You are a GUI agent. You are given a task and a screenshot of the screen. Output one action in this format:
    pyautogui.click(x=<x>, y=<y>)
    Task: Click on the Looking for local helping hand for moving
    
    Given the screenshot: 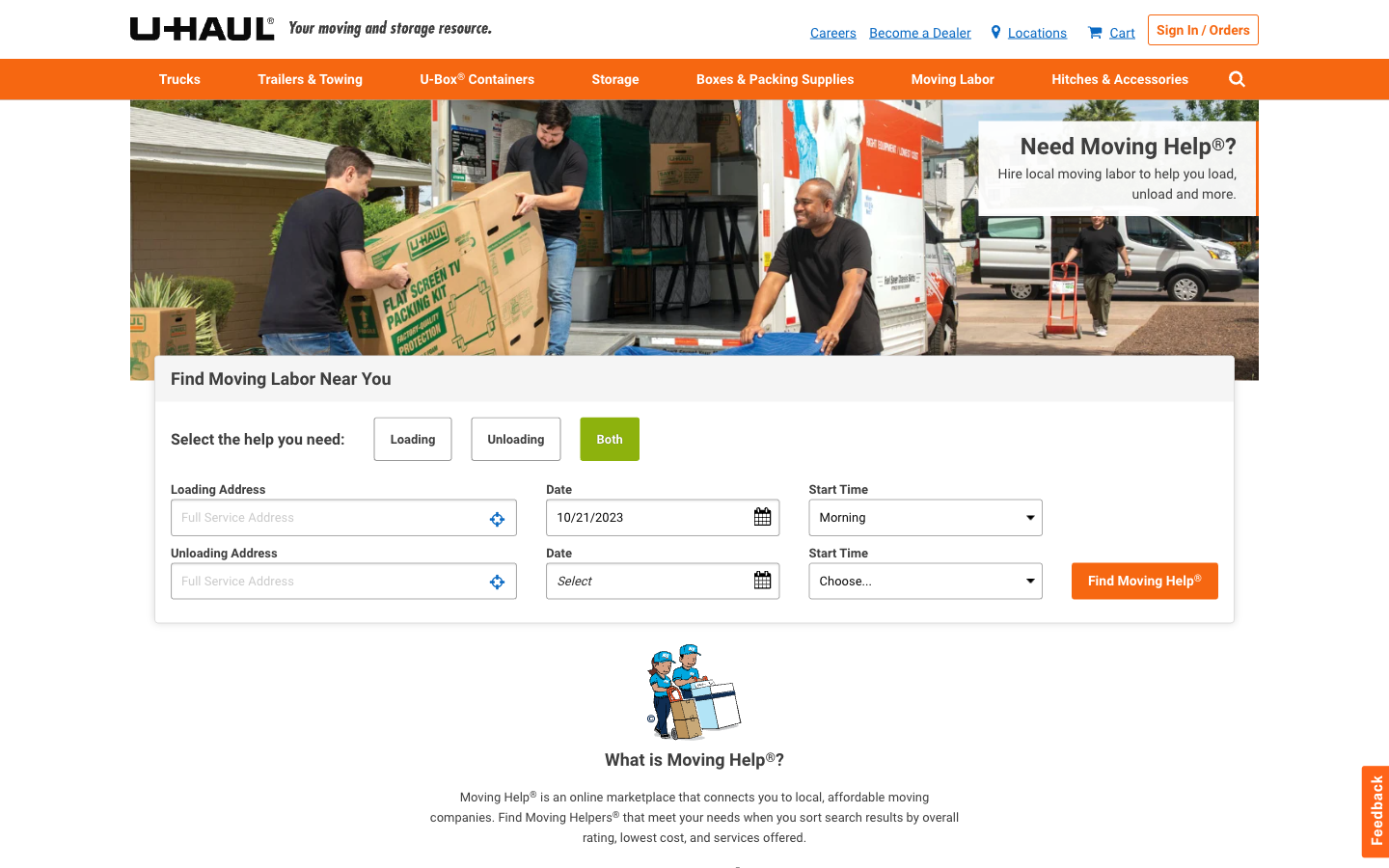 What is the action you would take?
    pyautogui.click(x=1085, y=176)
    